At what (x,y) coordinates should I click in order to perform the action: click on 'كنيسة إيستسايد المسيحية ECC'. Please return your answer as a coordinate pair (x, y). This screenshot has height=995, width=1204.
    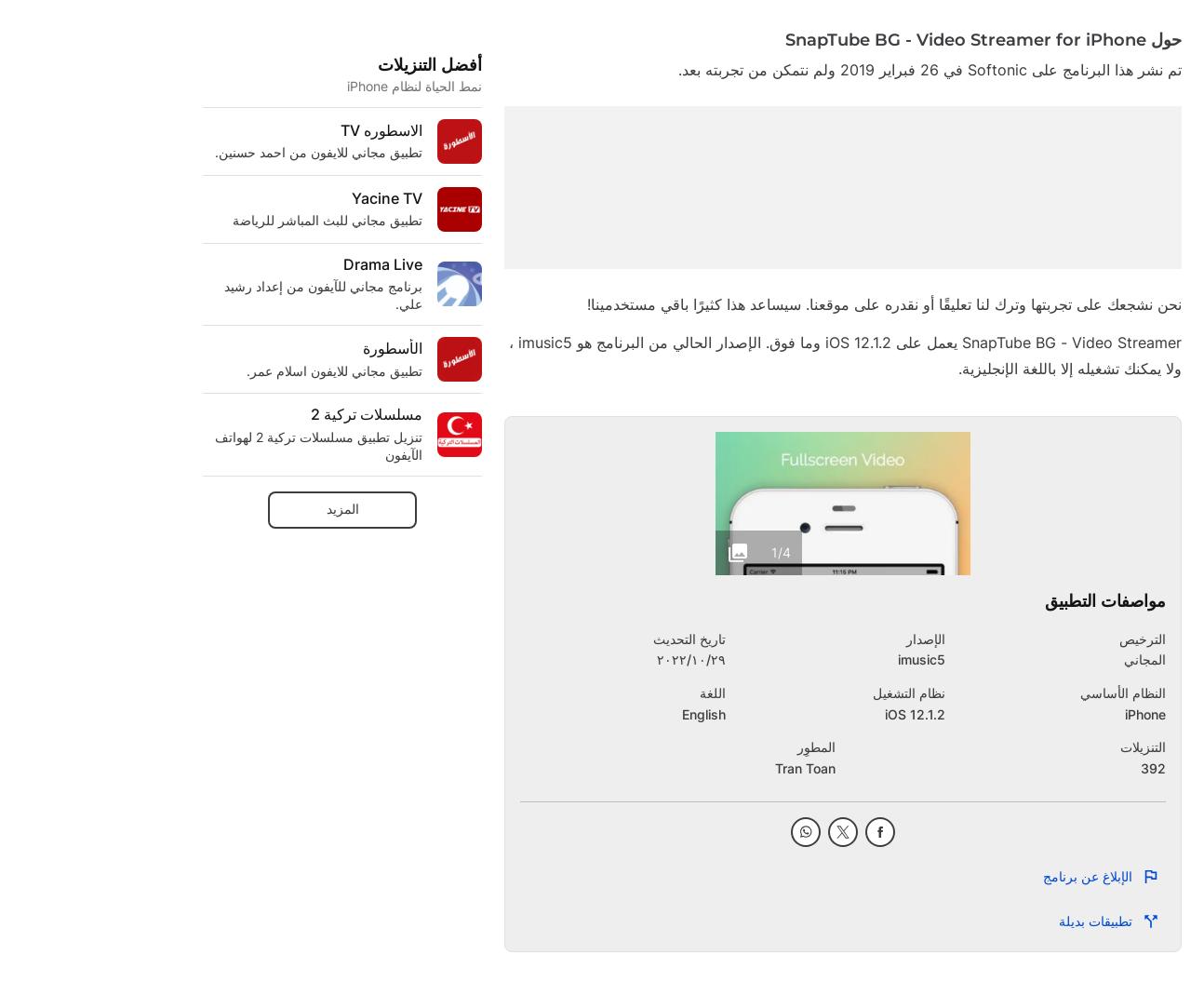
    Looking at the image, I should click on (342, 211).